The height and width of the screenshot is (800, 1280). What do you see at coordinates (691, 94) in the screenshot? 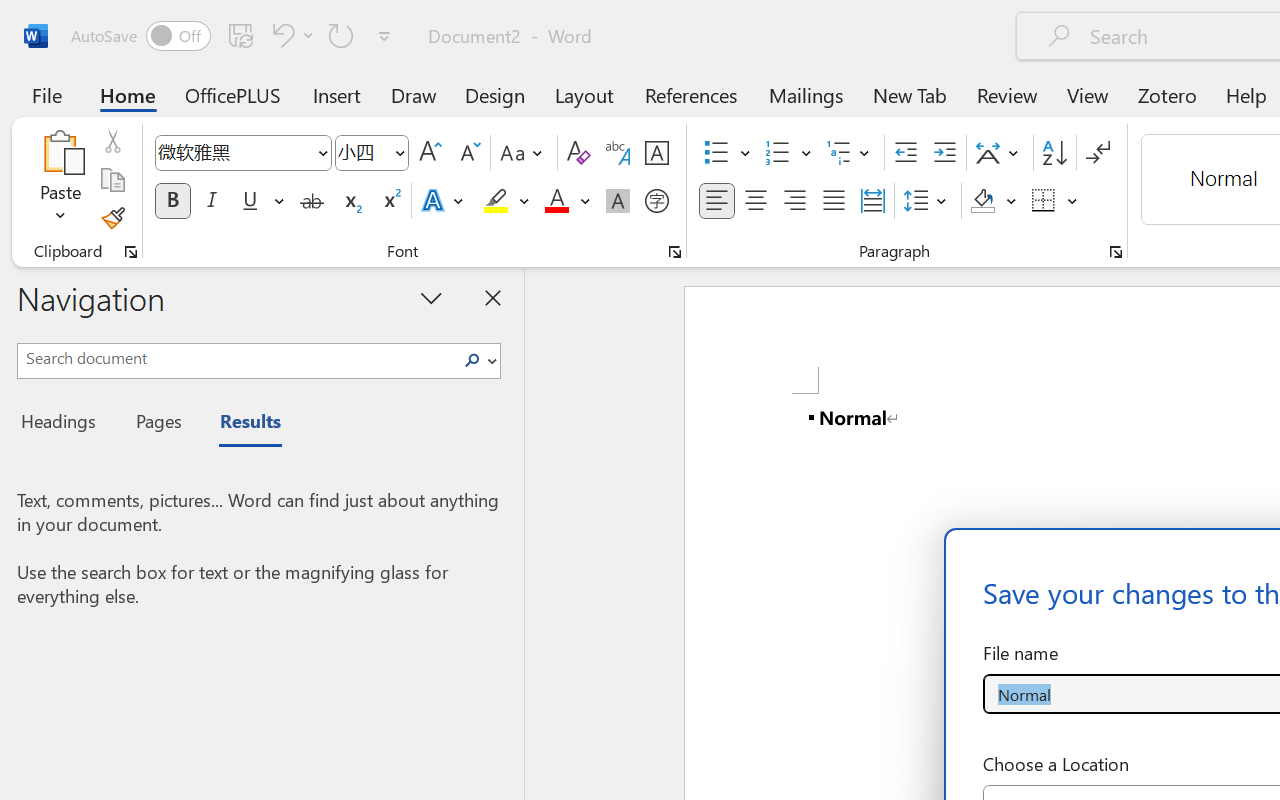
I see `'References'` at bounding box center [691, 94].